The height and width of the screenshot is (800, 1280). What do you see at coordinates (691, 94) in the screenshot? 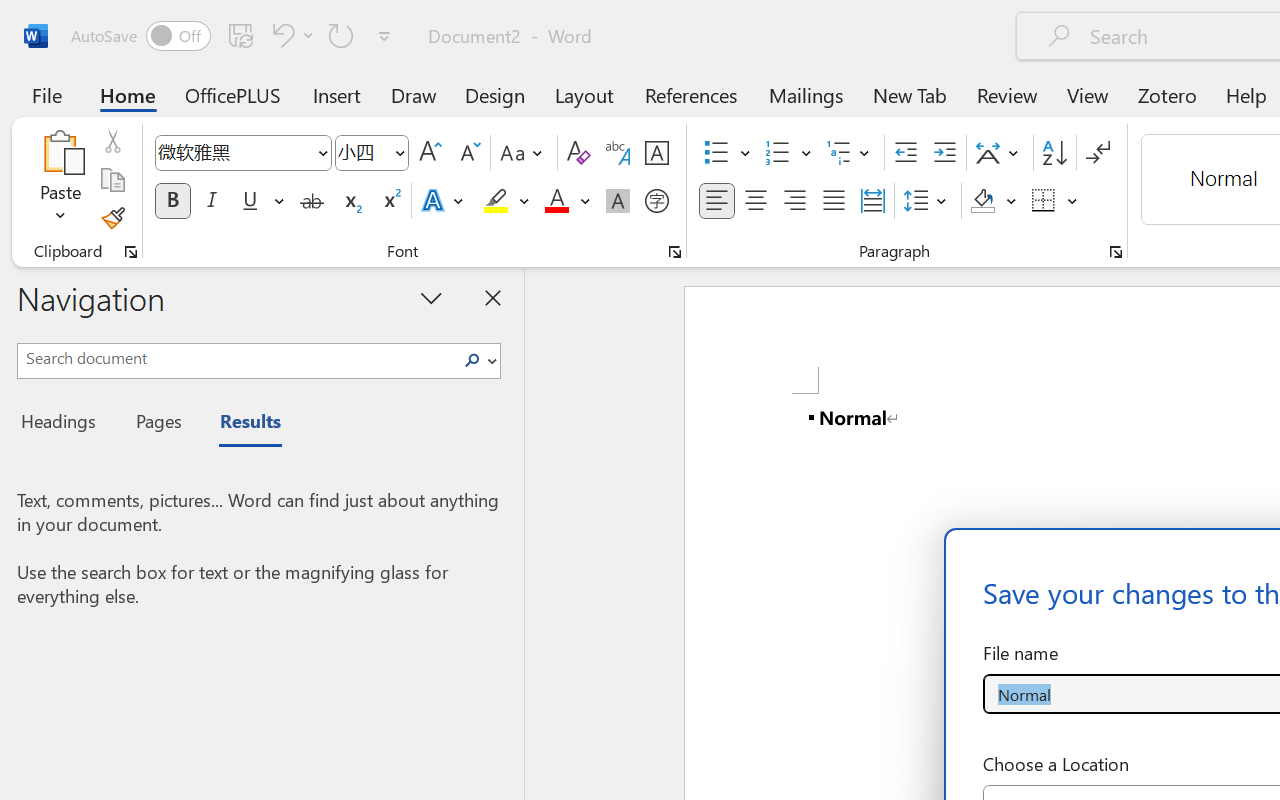
I see `'References'` at bounding box center [691, 94].